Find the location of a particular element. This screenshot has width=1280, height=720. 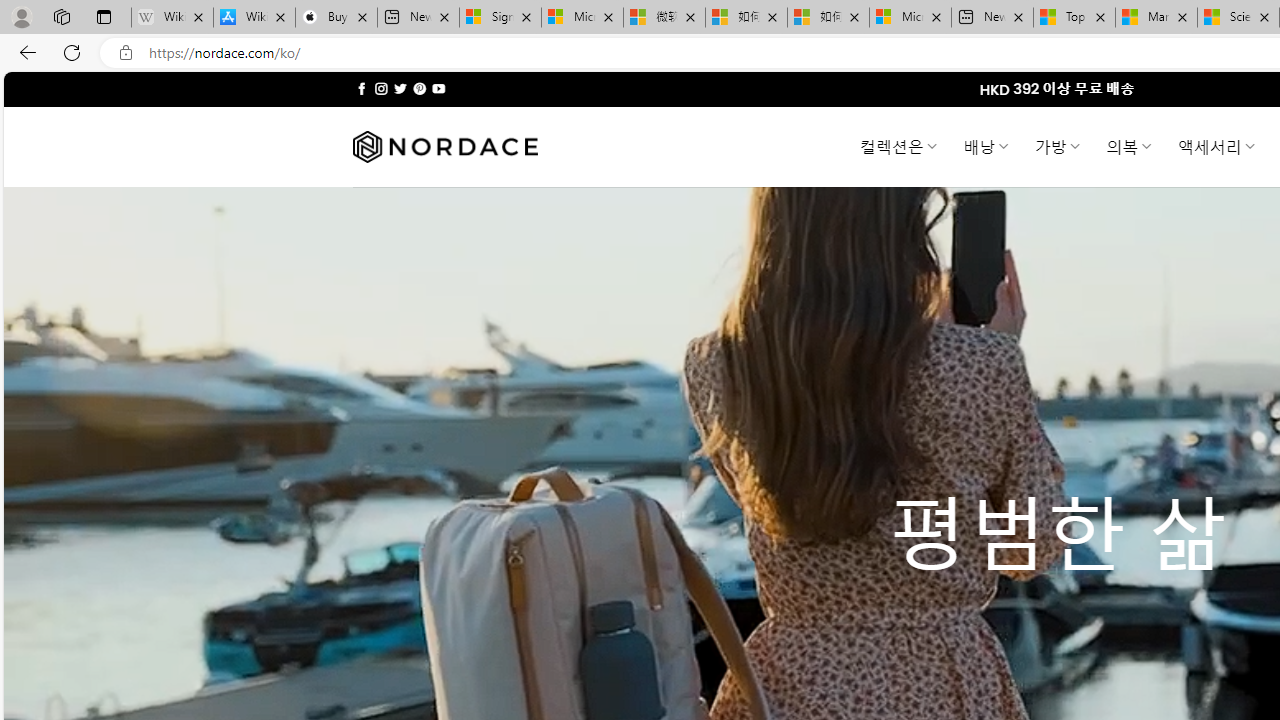

'Follow on YouTube' is located at coordinates (438, 88).